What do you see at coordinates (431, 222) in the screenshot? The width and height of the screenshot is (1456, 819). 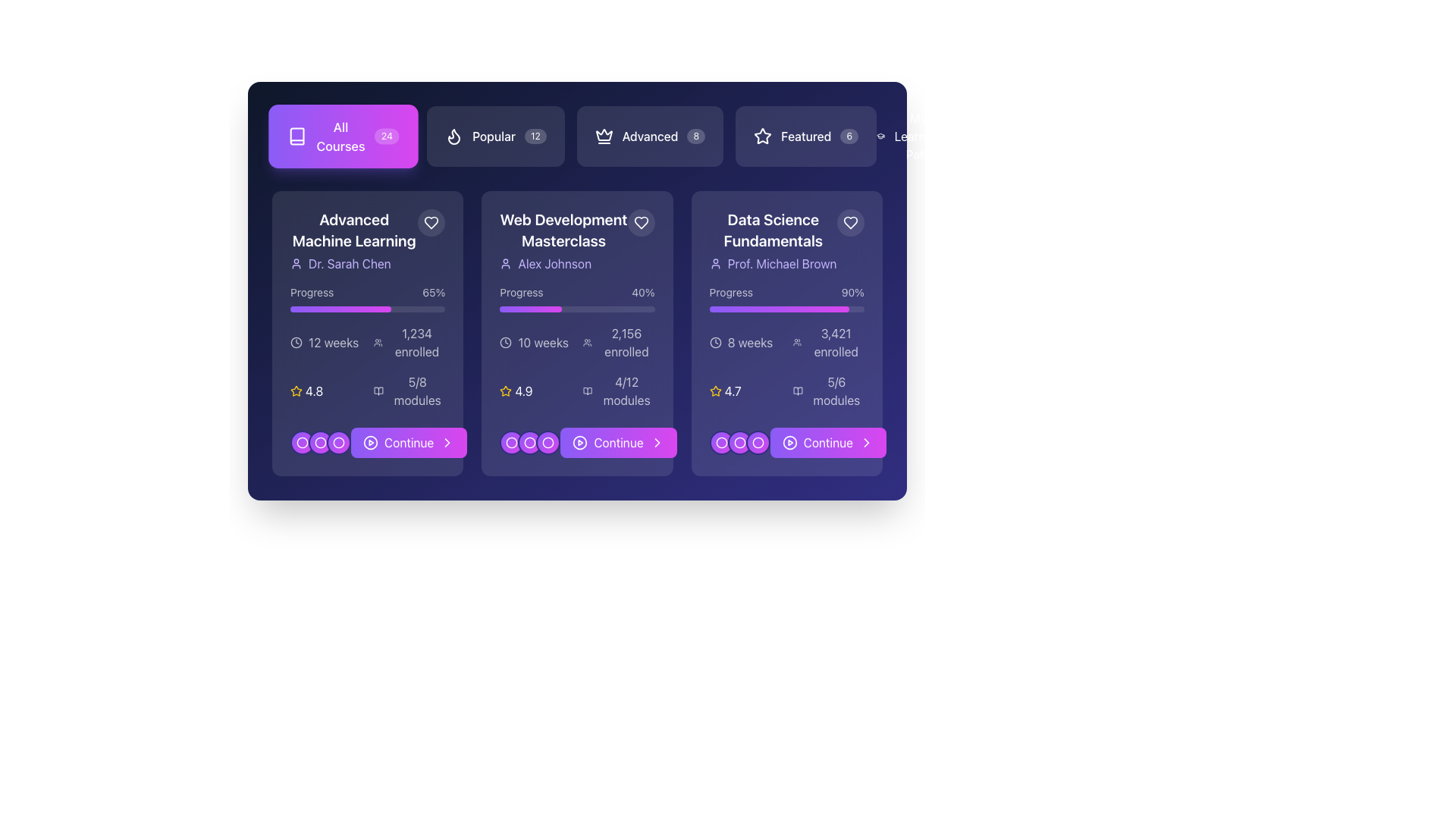 I see `the heart icon in the upper-right section of the 'Advanced Machine Learning' course card` at bounding box center [431, 222].